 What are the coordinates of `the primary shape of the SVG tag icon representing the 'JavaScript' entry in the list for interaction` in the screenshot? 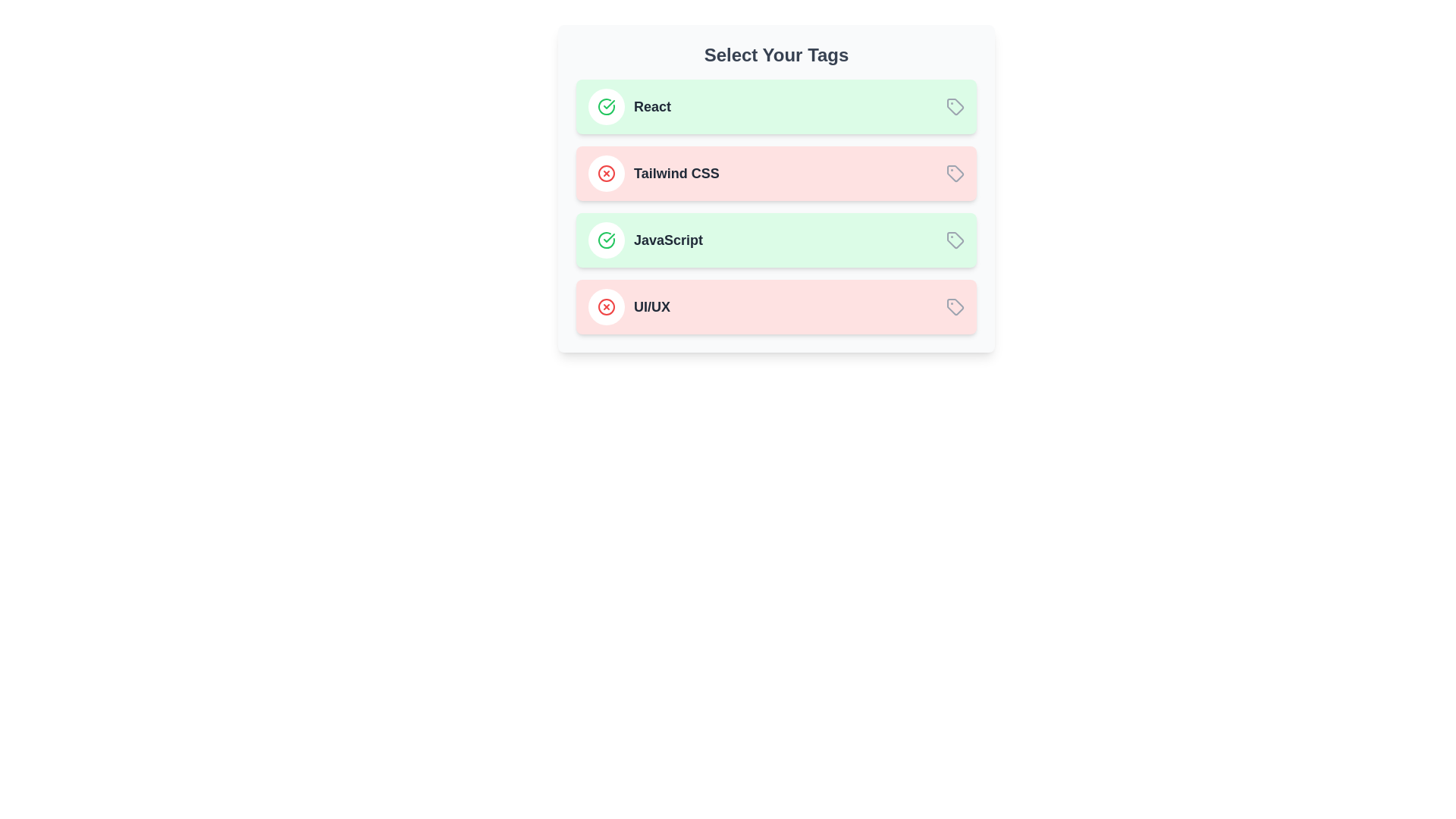 It's located at (953, 239).